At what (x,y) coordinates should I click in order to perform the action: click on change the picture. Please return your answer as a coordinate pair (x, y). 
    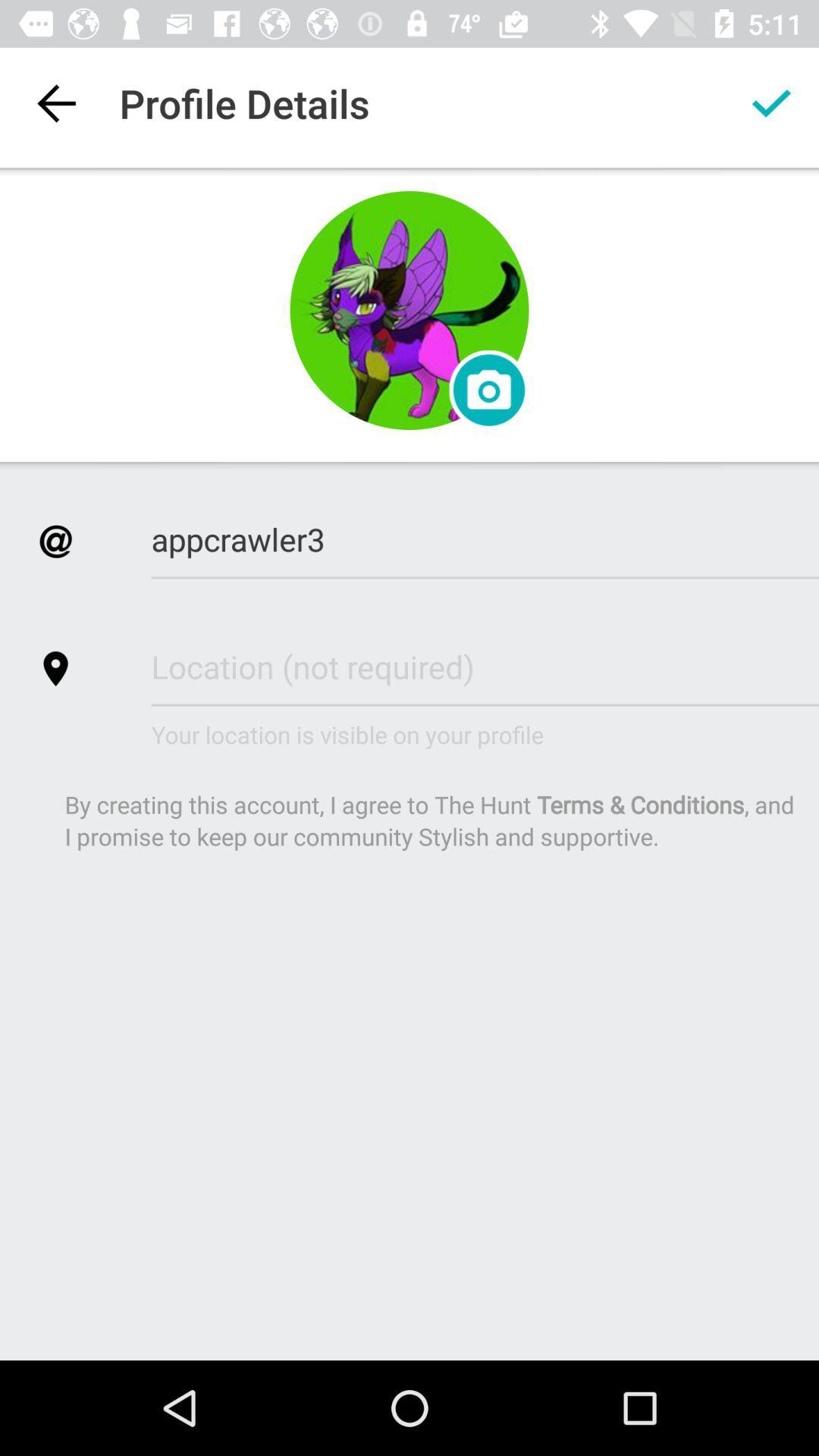
    Looking at the image, I should click on (488, 390).